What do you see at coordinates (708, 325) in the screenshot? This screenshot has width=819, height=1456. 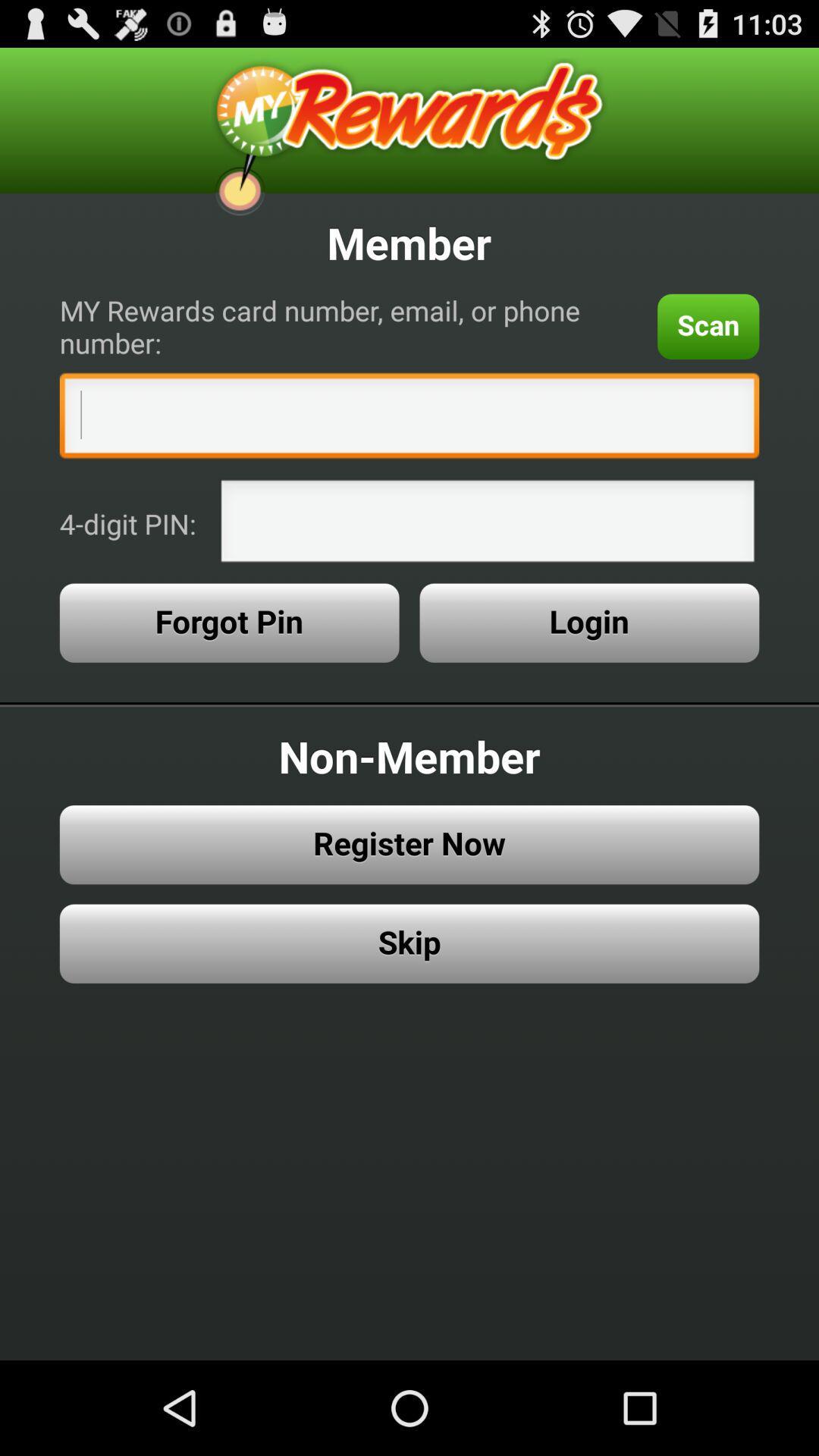 I see `the icon next to the my rewards card` at bounding box center [708, 325].